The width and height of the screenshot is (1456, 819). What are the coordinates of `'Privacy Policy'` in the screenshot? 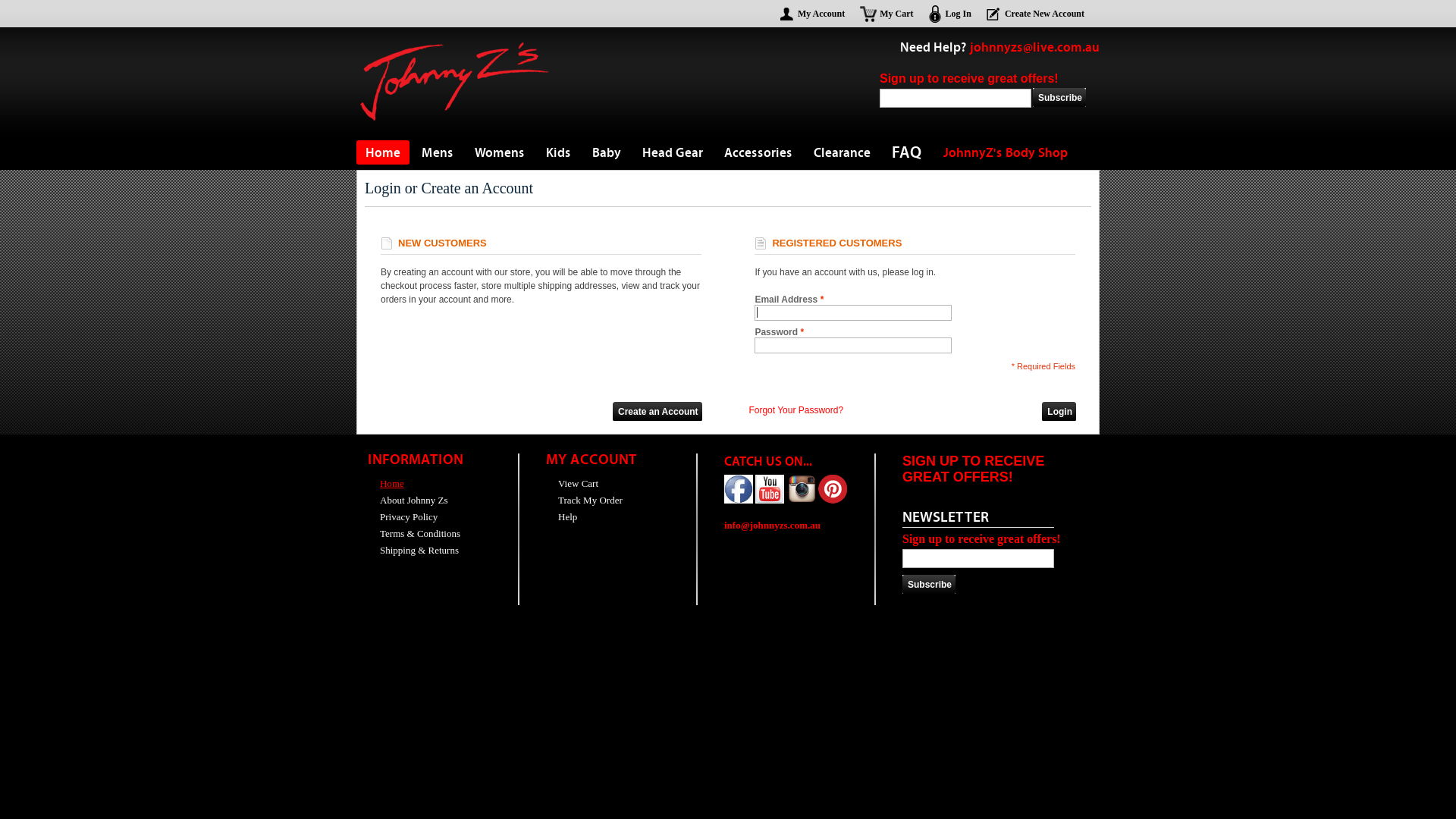 It's located at (403, 516).